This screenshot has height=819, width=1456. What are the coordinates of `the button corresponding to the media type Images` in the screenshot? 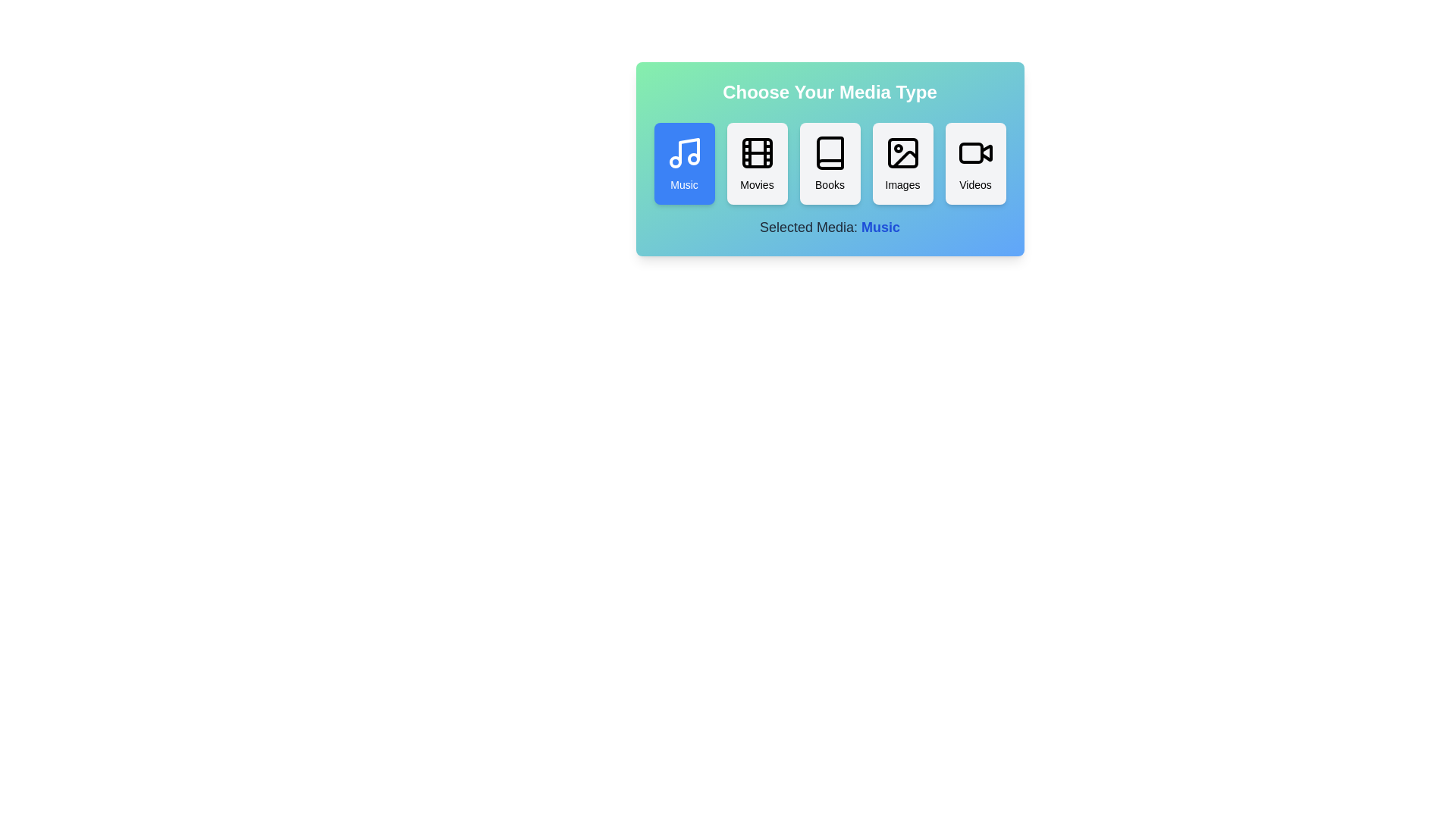 It's located at (902, 164).